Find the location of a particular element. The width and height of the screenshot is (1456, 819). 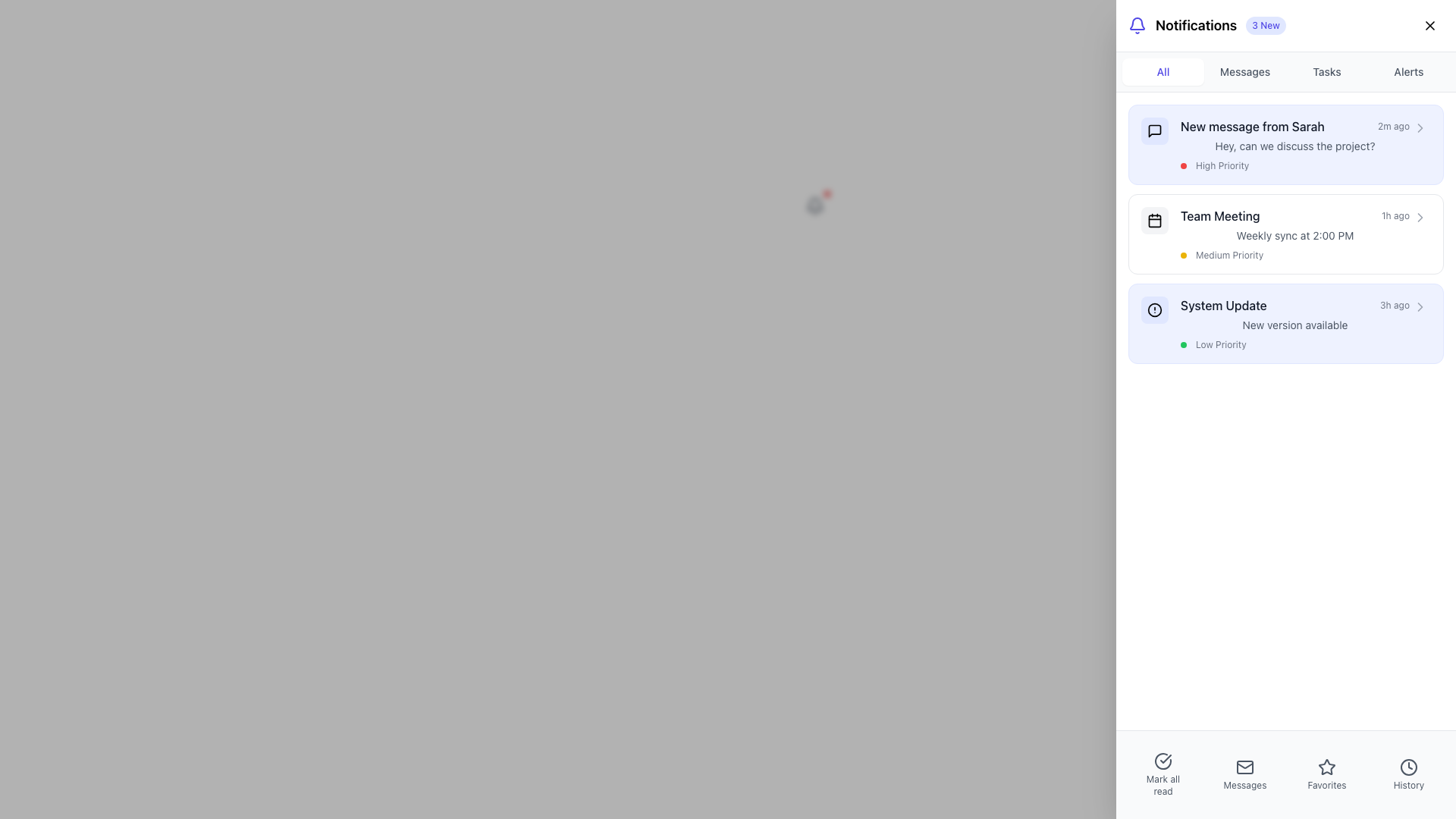

the first notification card in the right-side notification panel is located at coordinates (1285, 145).